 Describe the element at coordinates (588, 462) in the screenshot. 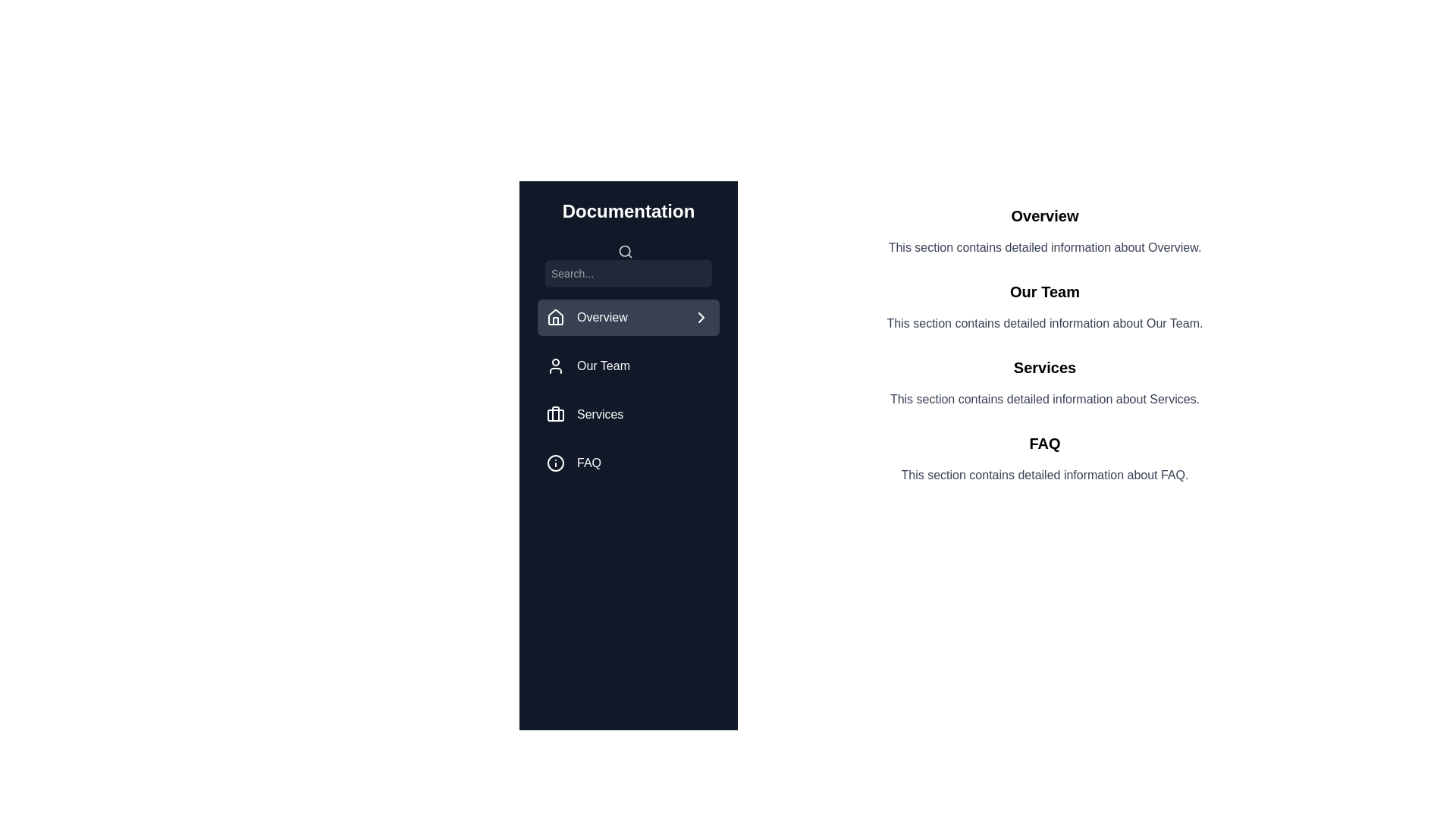

I see `the 'FAQ' text label in the navigation menu, which is styled in white and positioned under the 'Documentation' header` at that location.